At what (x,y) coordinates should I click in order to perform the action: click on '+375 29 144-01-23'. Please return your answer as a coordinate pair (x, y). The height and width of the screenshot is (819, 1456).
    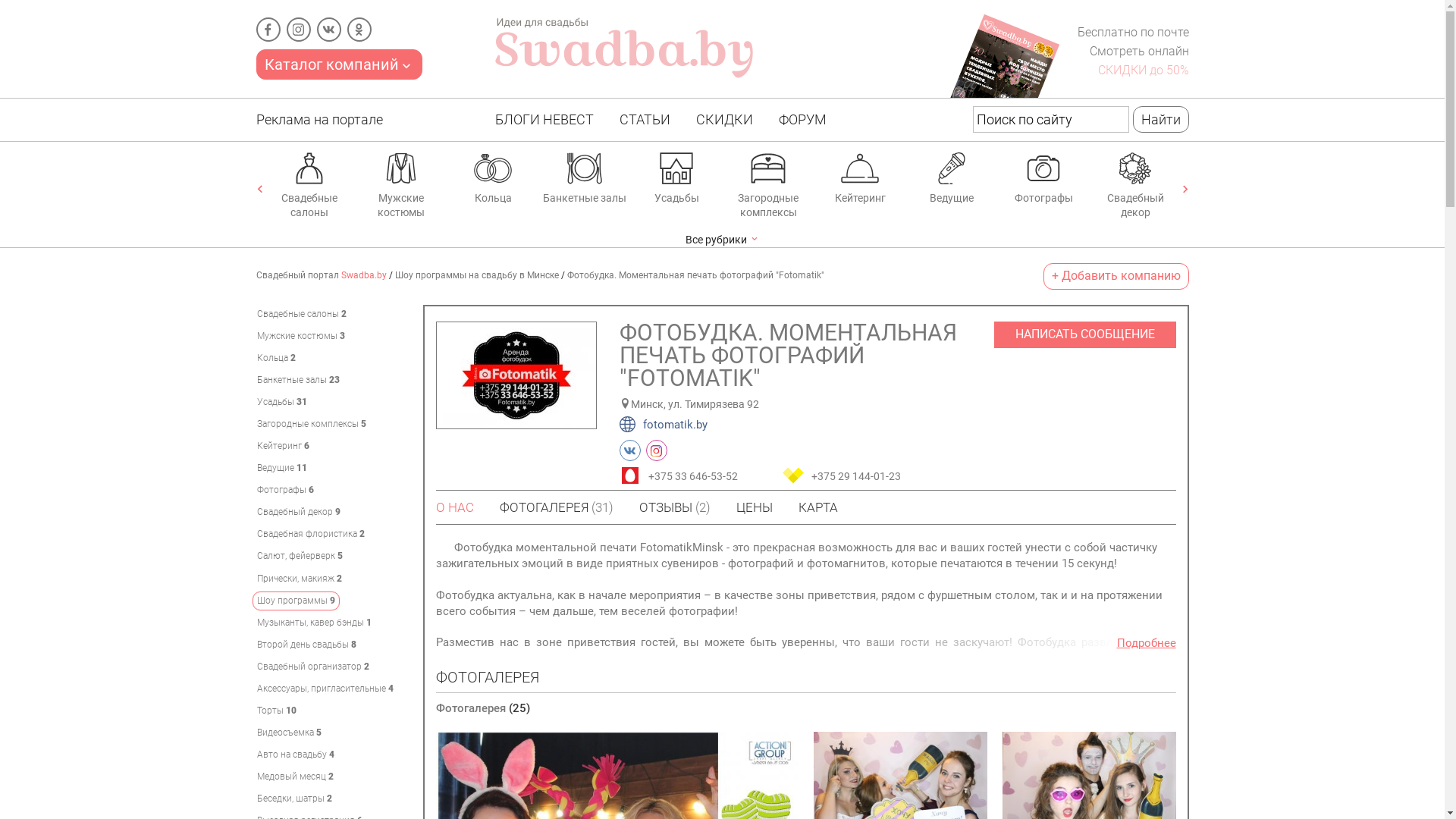
    Looking at the image, I should click on (858, 475).